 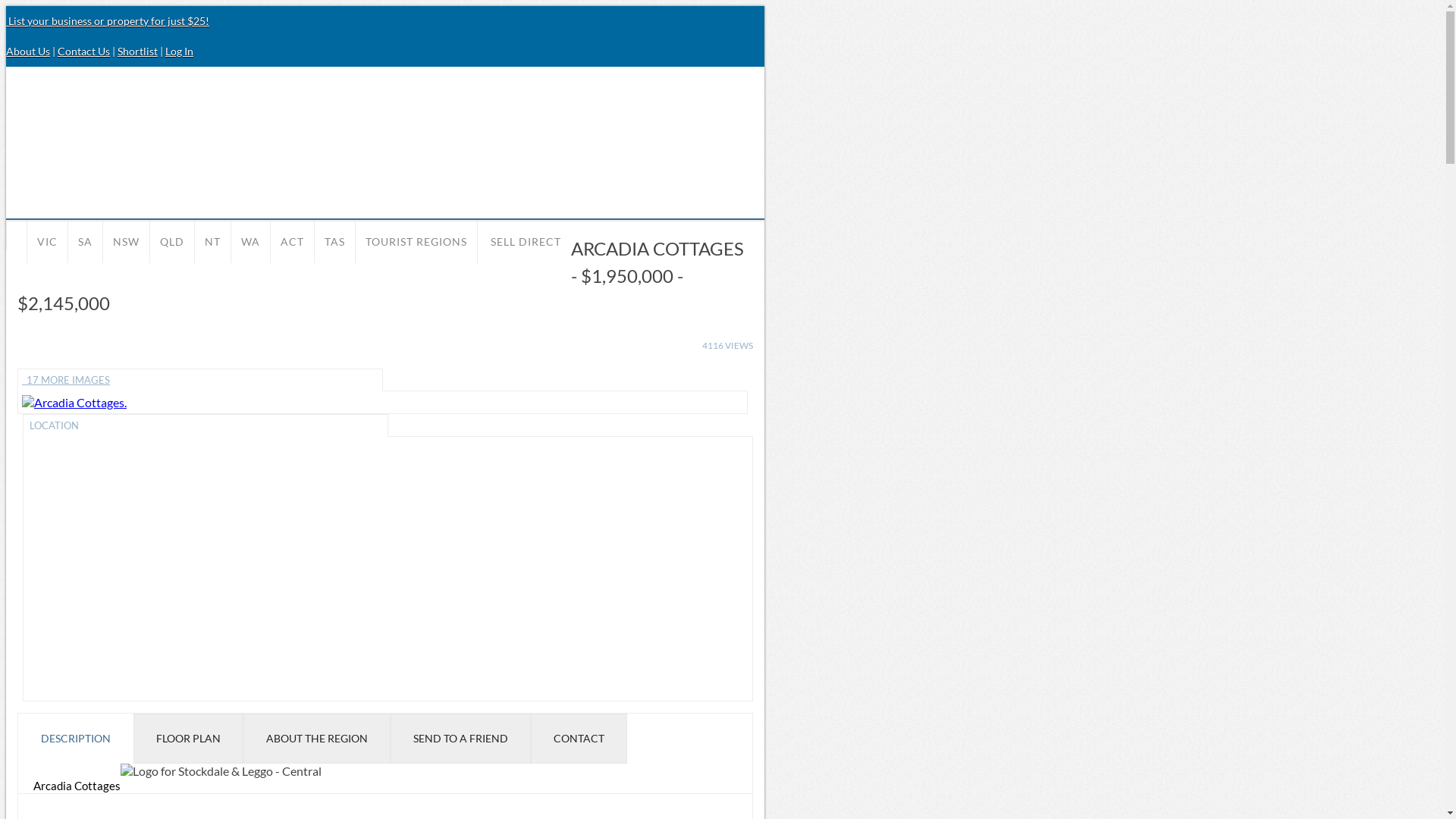 I want to click on 'FLOOR PLAN', so click(x=187, y=738).